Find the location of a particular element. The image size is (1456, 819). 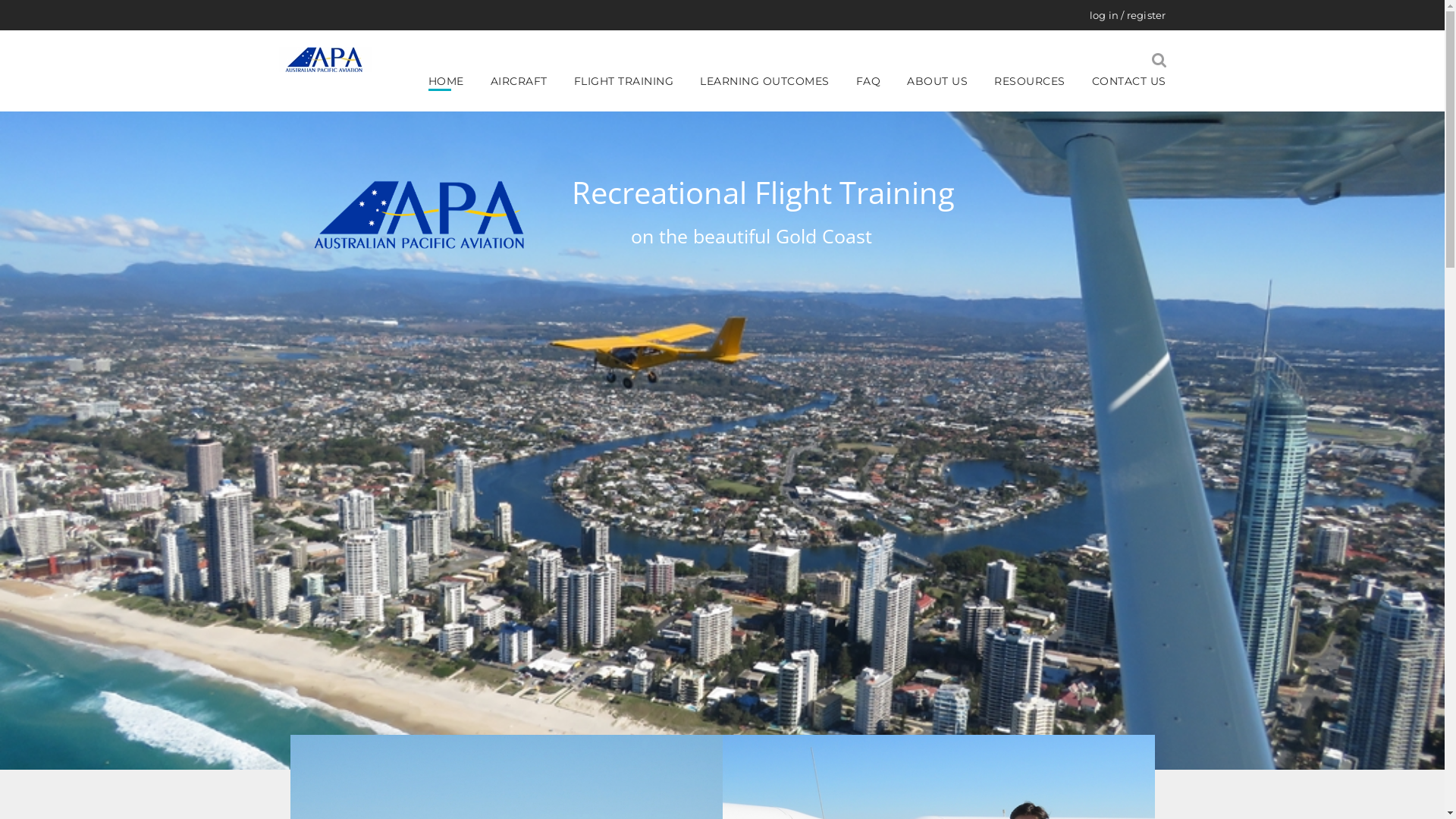

'RESOURCES' is located at coordinates (993, 81).